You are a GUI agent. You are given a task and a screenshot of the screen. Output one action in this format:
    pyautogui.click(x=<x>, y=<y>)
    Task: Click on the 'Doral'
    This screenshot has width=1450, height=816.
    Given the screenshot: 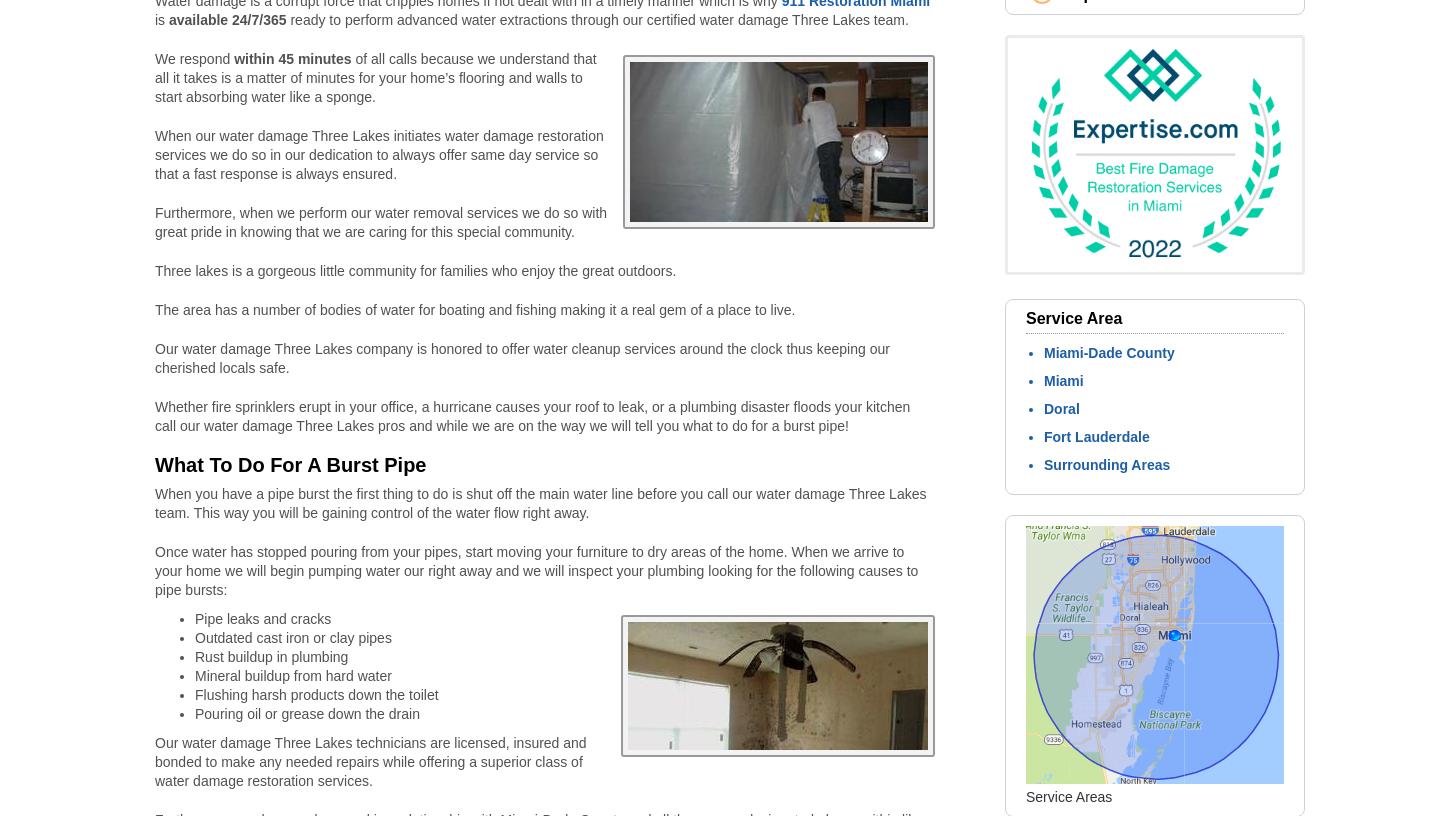 What is the action you would take?
    pyautogui.click(x=1061, y=408)
    